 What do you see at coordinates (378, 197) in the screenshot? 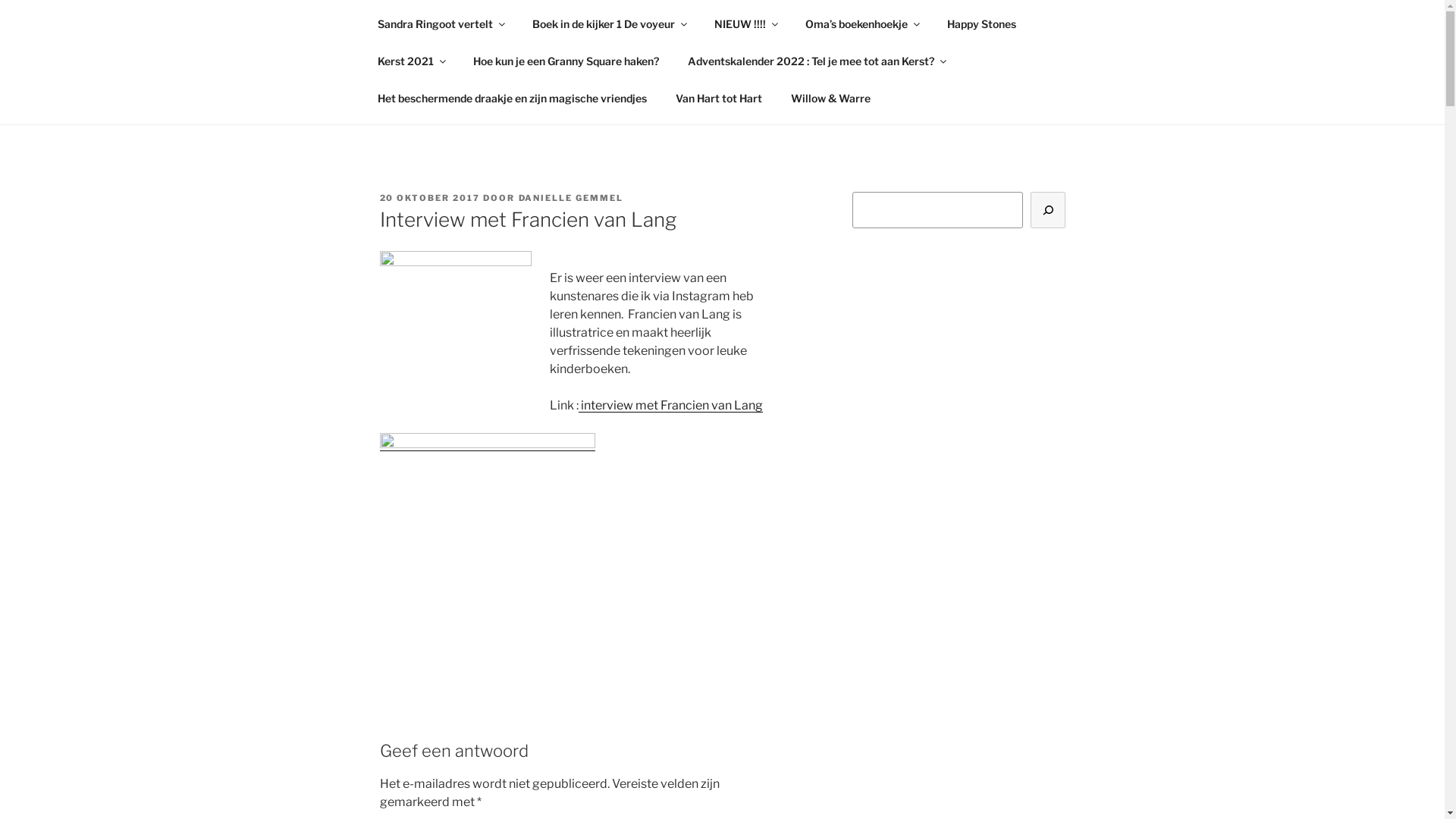
I see `'20 OKTOBER 2017'` at bounding box center [378, 197].